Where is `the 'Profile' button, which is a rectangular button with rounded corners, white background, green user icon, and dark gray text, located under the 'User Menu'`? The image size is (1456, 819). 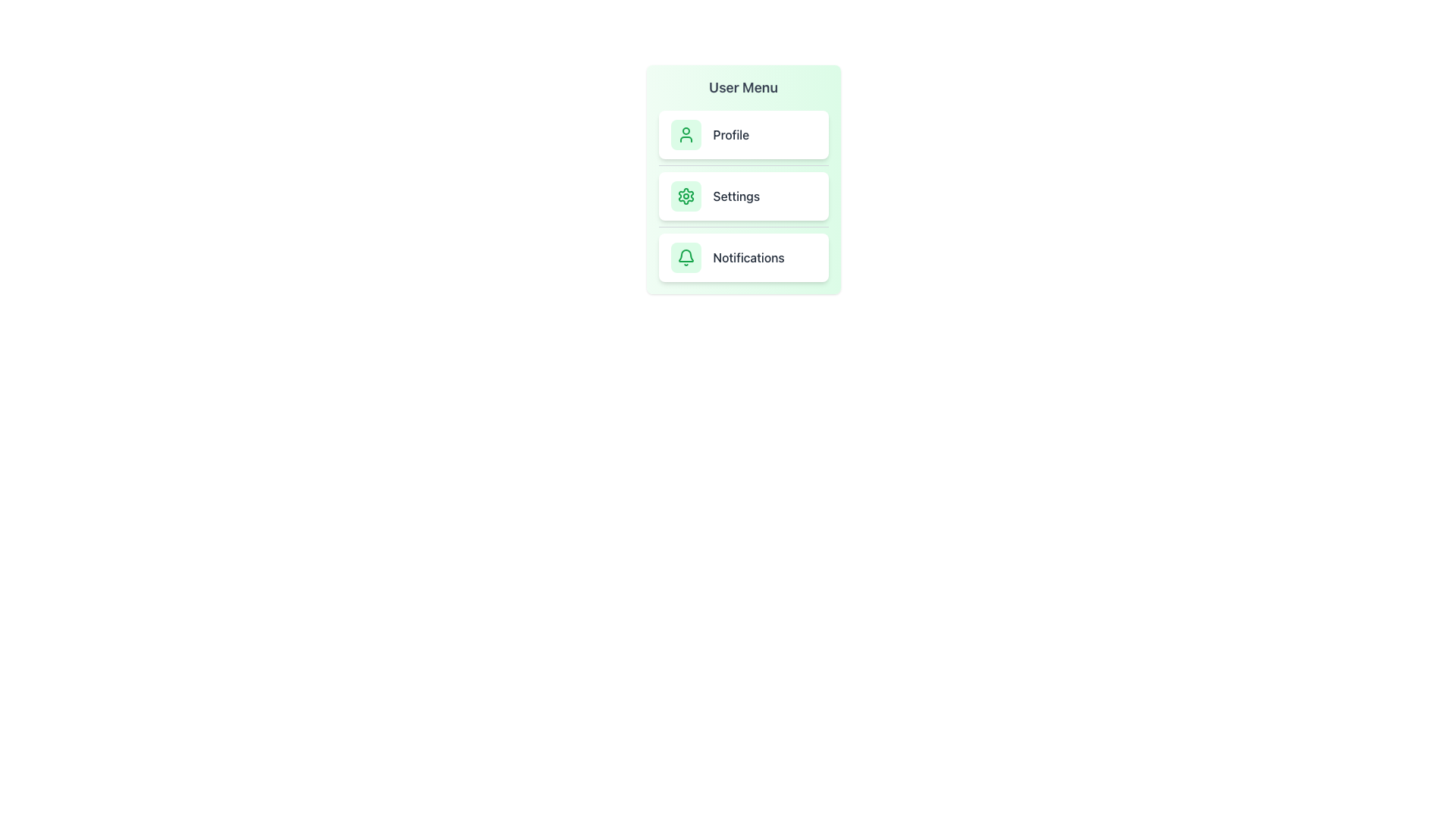
the 'Profile' button, which is a rectangular button with rounded corners, white background, green user icon, and dark gray text, located under the 'User Menu' is located at coordinates (743, 133).